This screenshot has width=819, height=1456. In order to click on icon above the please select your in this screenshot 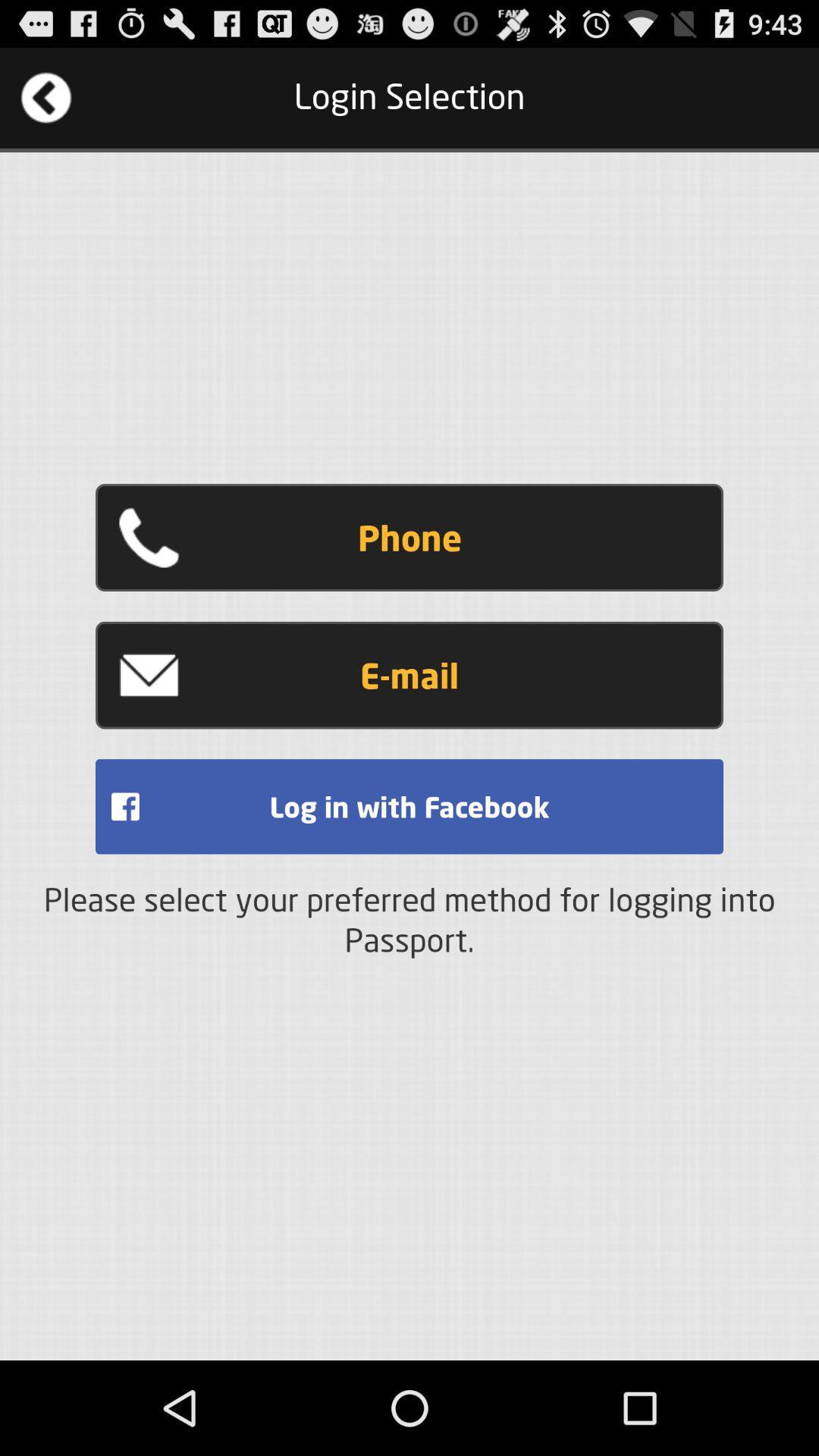, I will do `click(409, 805)`.